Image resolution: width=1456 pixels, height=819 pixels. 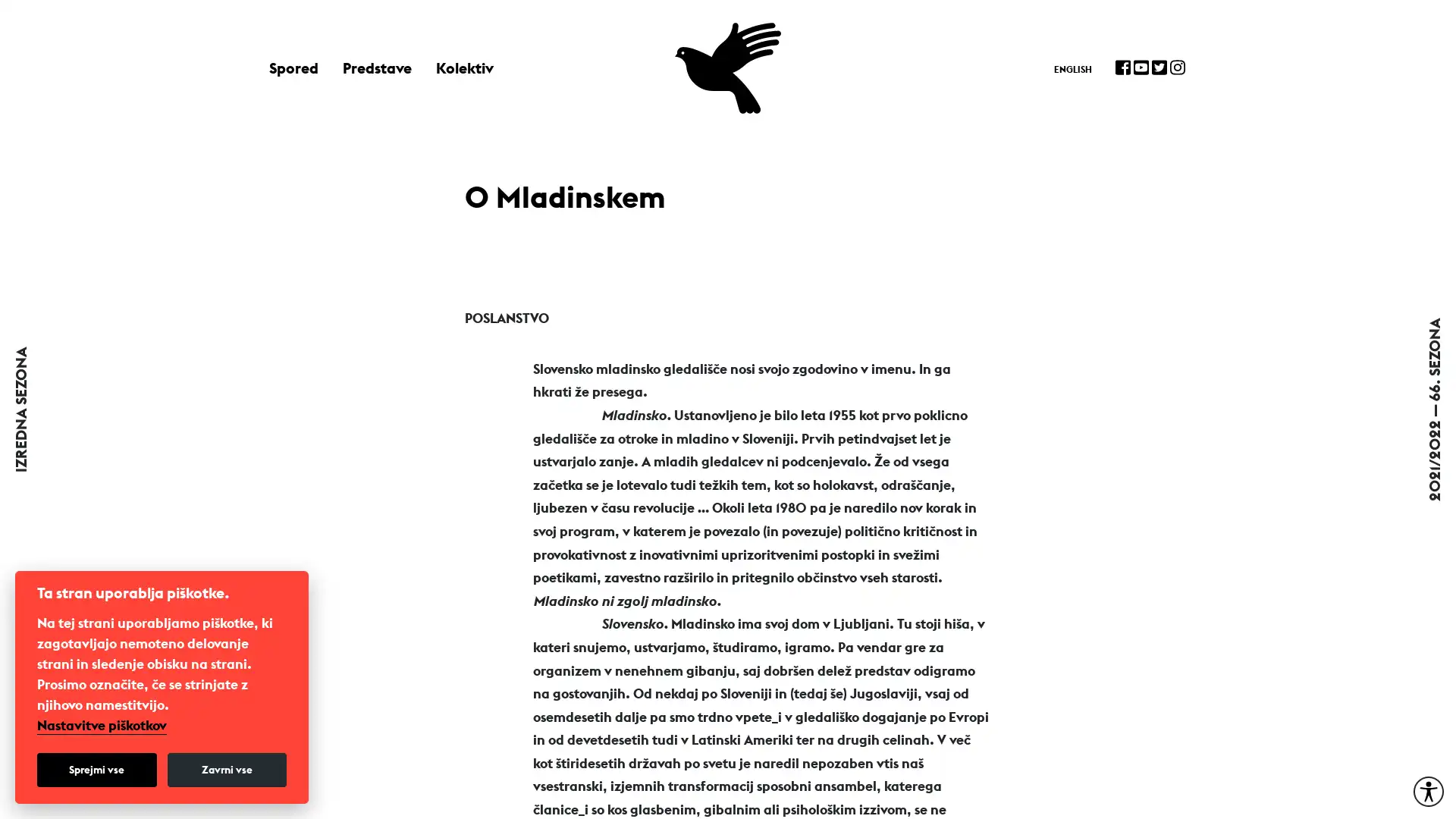 What do you see at coordinates (1427, 791) in the screenshot?
I see `Moznosti za dostopnost` at bounding box center [1427, 791].